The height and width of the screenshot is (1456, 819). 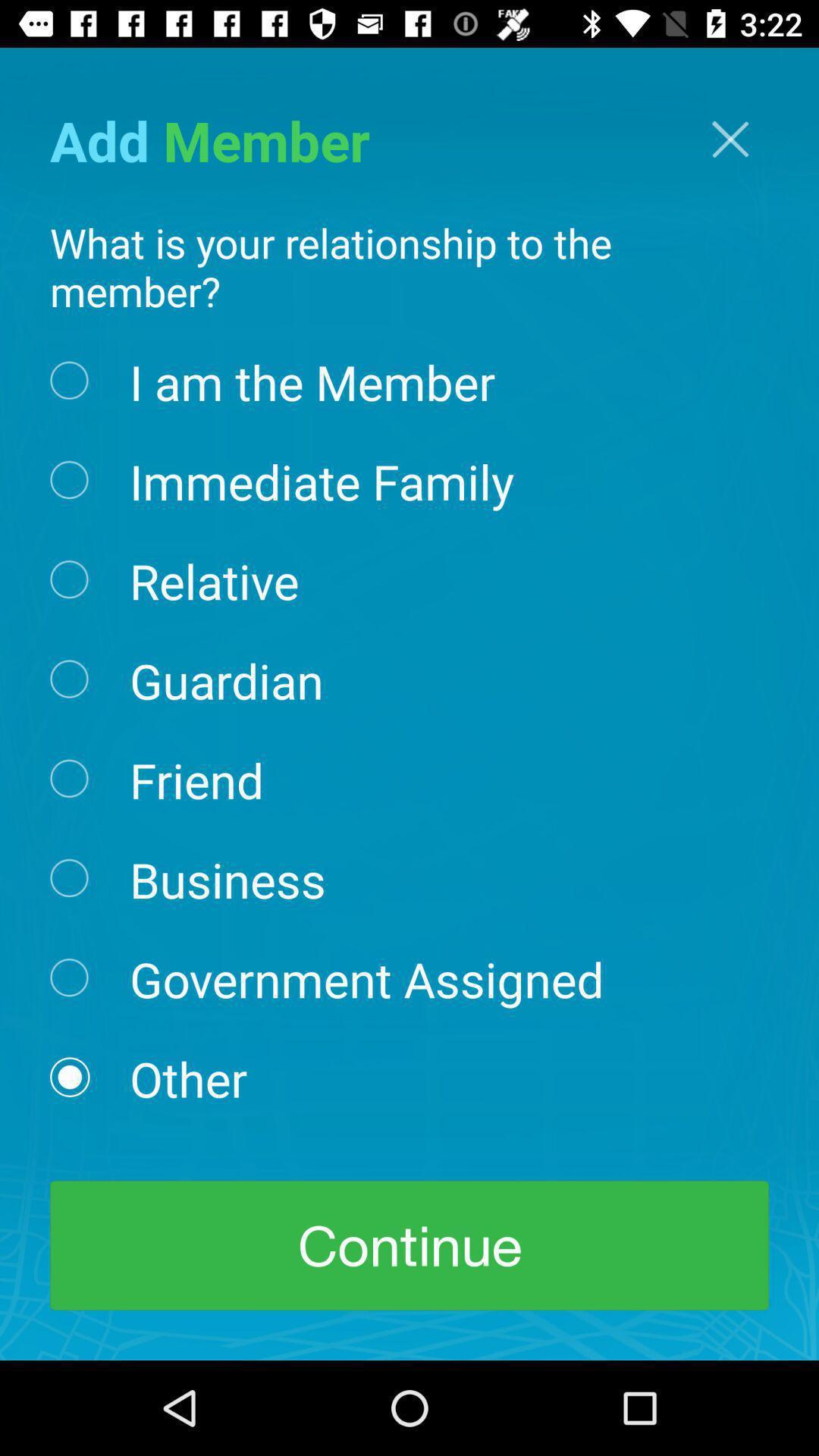 What do you see at coordinates (214, 579) in the screenshot?
I see `the relative icon` at bounding box center [214, 579].